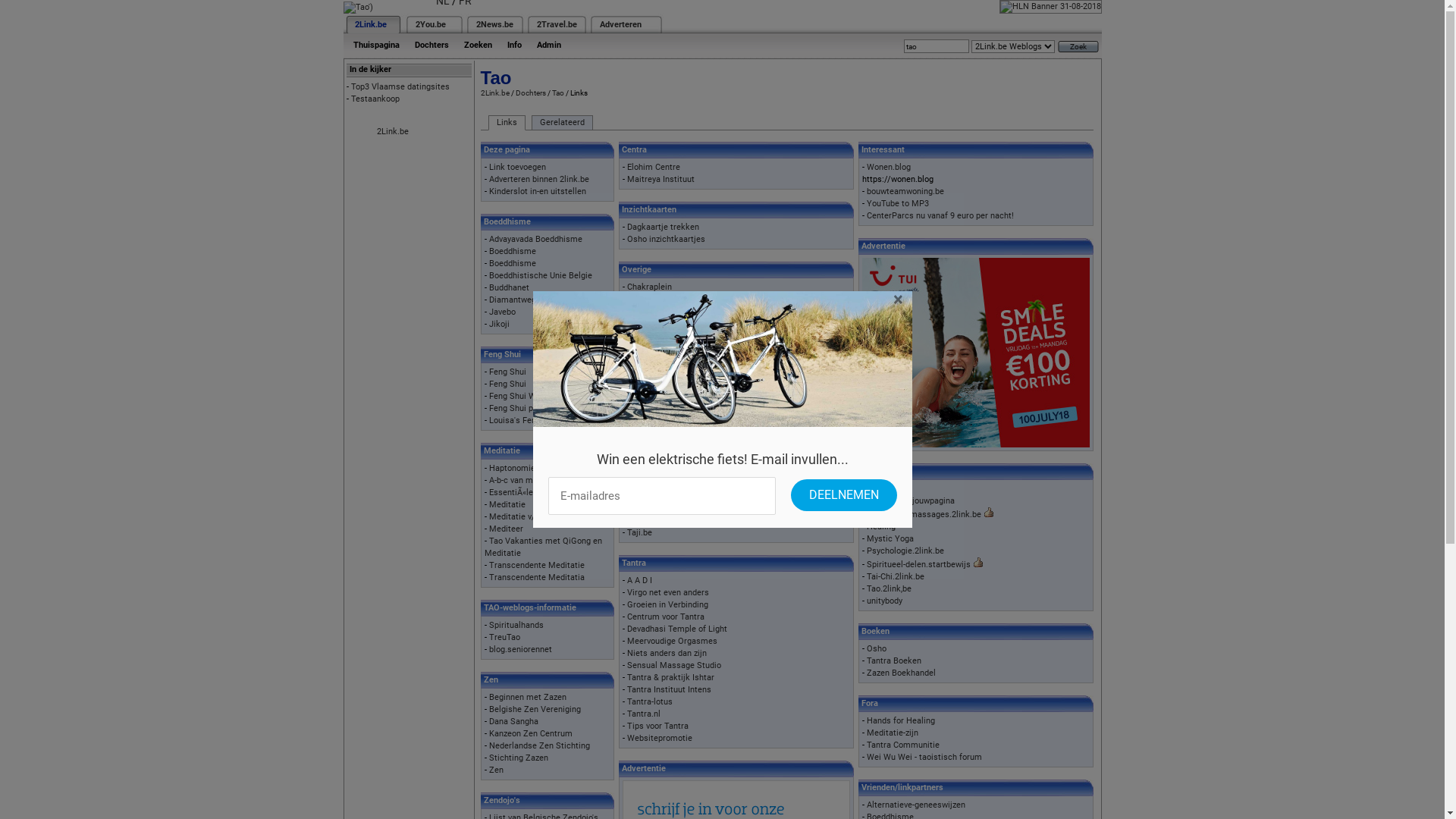  I want to click on 'Boeddhisme', so click(512, 250).